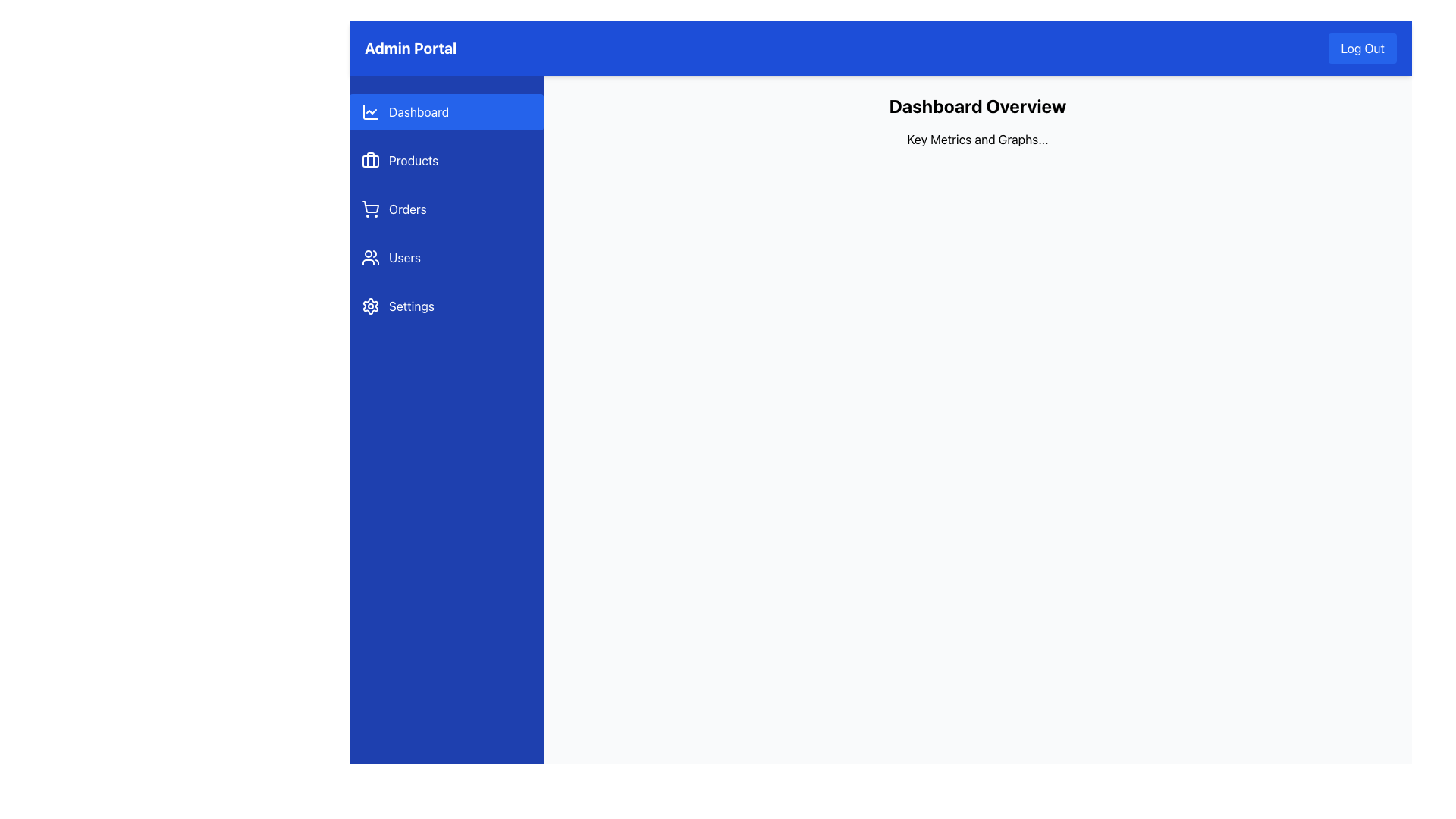  Describe the element at coordinates (371, 161) in the screenshot. I see `inner rectangular component of the briefcase-shaped icon located in the second menu item of the navigation bar under 'Products'` at that location.